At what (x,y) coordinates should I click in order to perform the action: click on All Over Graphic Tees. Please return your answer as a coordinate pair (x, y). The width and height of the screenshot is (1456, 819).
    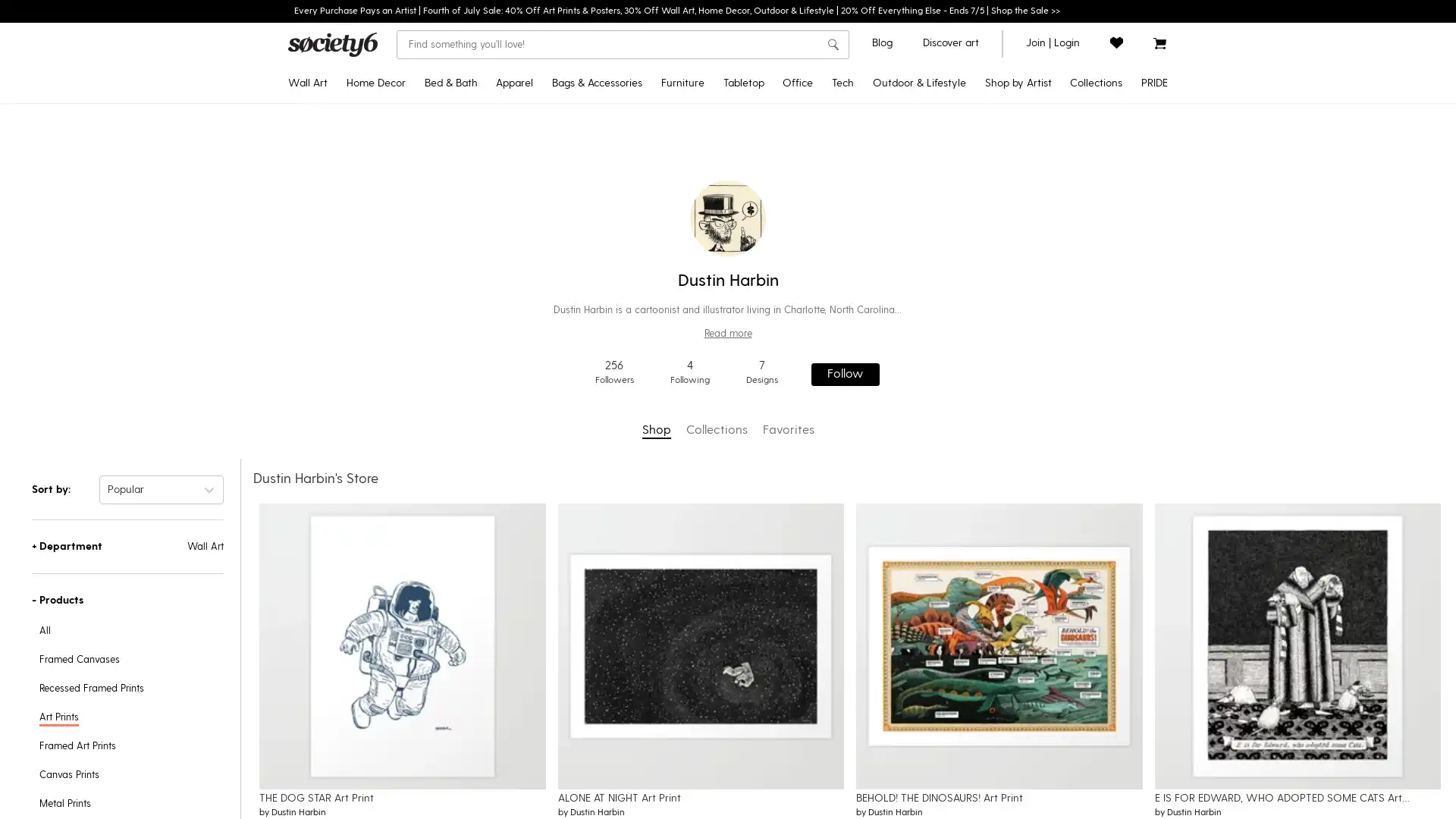
    Looking at the image, I should click on (562, 219).